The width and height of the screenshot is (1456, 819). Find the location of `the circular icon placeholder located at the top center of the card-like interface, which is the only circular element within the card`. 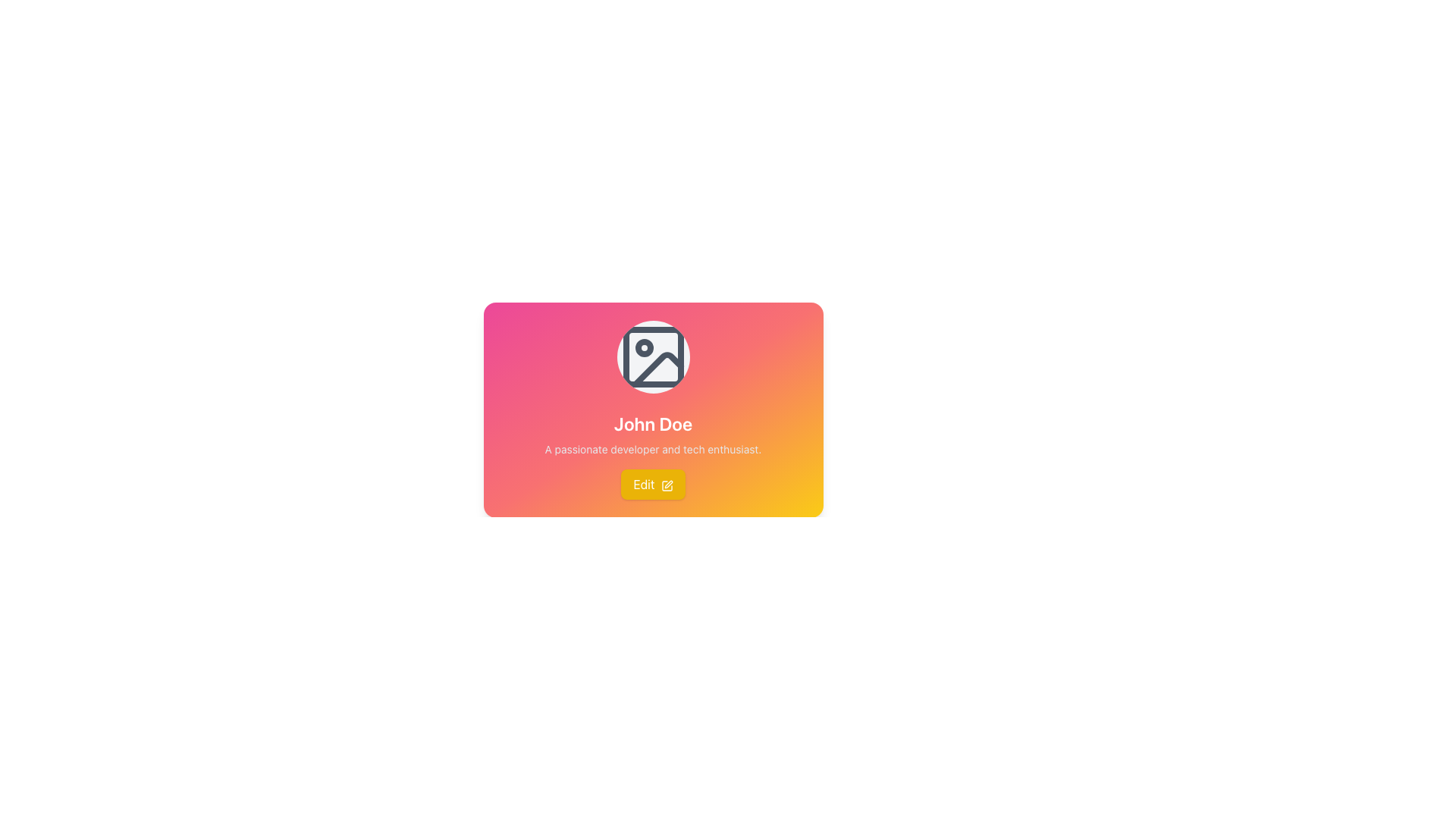

the circular icon placeholder located at the top center of the card-like interface, which is the only circular element within the card is located at coordinates (653, 356).